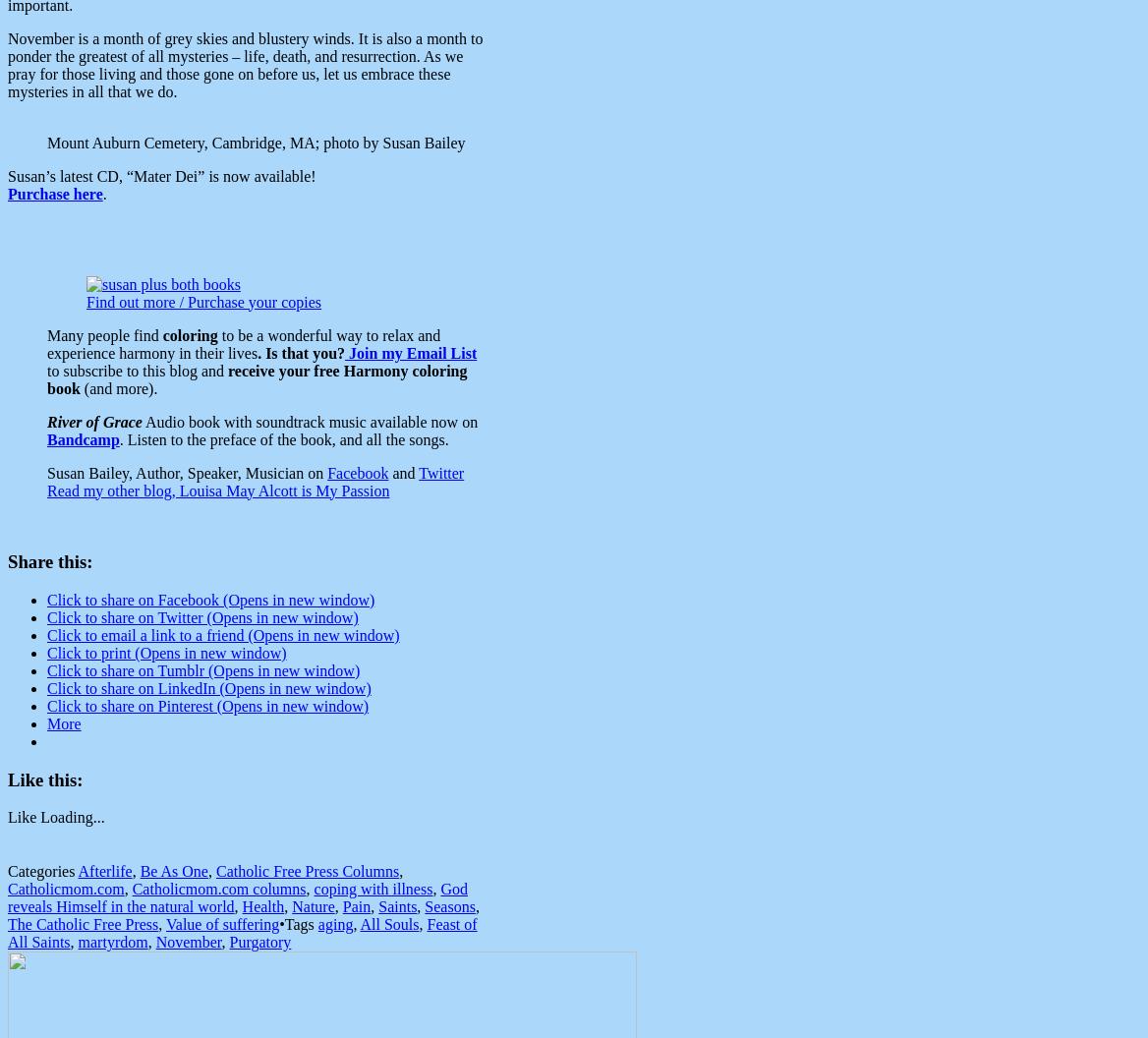  What do you see at coordinates (396, 905) in the screenshot?
I see `'Saints'` at bounding box center [396, 905].